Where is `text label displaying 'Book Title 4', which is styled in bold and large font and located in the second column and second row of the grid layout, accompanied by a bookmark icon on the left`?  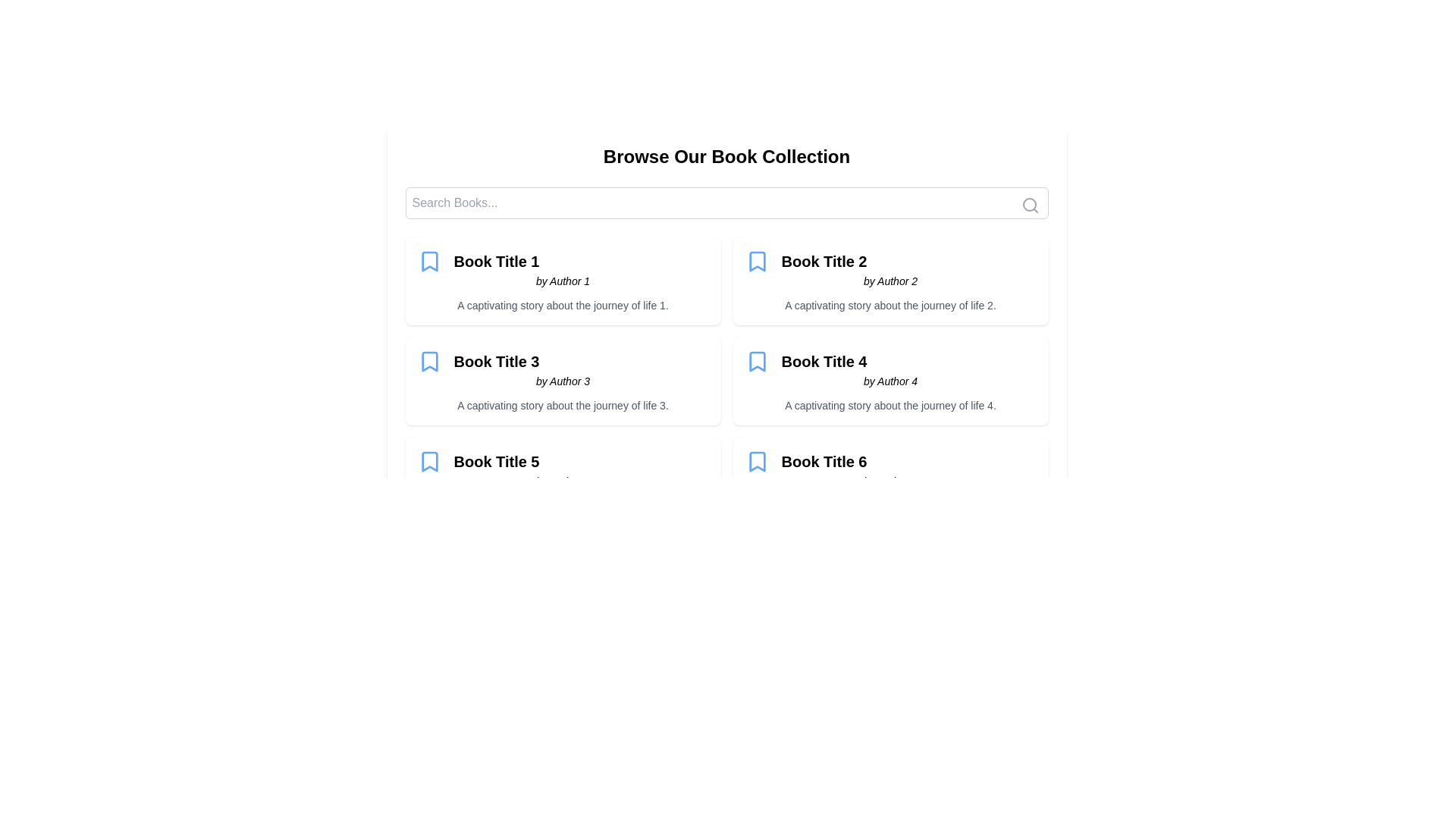 text label displaying 'Book Title 4', which is styled in bold and large font and located in the second column and second row of the grid layout, accompanied by a bookmark icon on the left is located at coordinates (823, 362).